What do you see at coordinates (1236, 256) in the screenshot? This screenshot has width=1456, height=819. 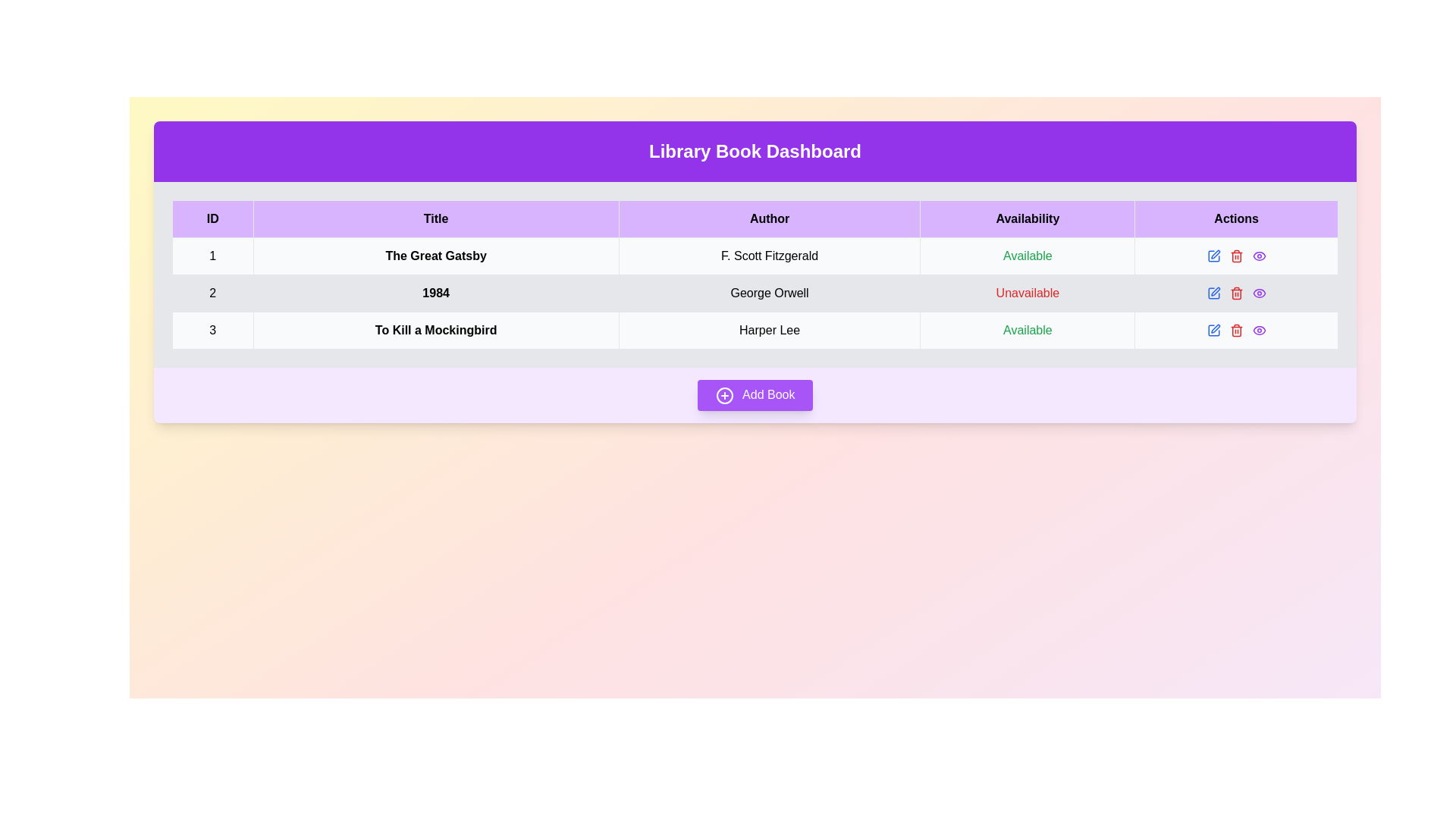 I see `the delete icon button in the third column of the 'Actions' section for the book '1984'` at bounding box center [1236, 256].